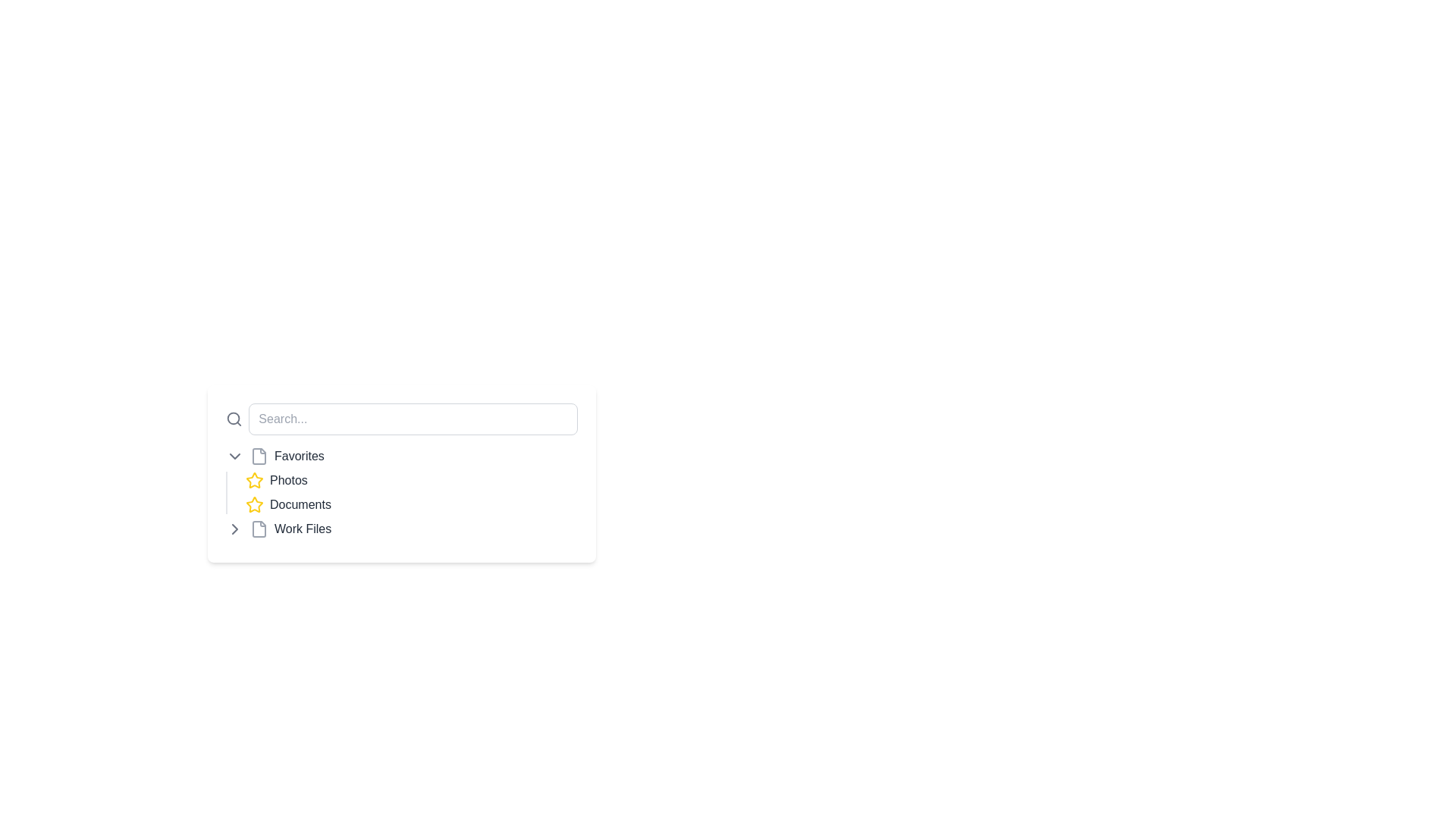 Image resolution: width=1456 pixels, height=819 pixels. What do you see at coordinates (401, 419) in the screenshot?
I see `the Text Input Field located at the upper part of its card-like structure to activate the search functionality` at bounding box center [401, 419].